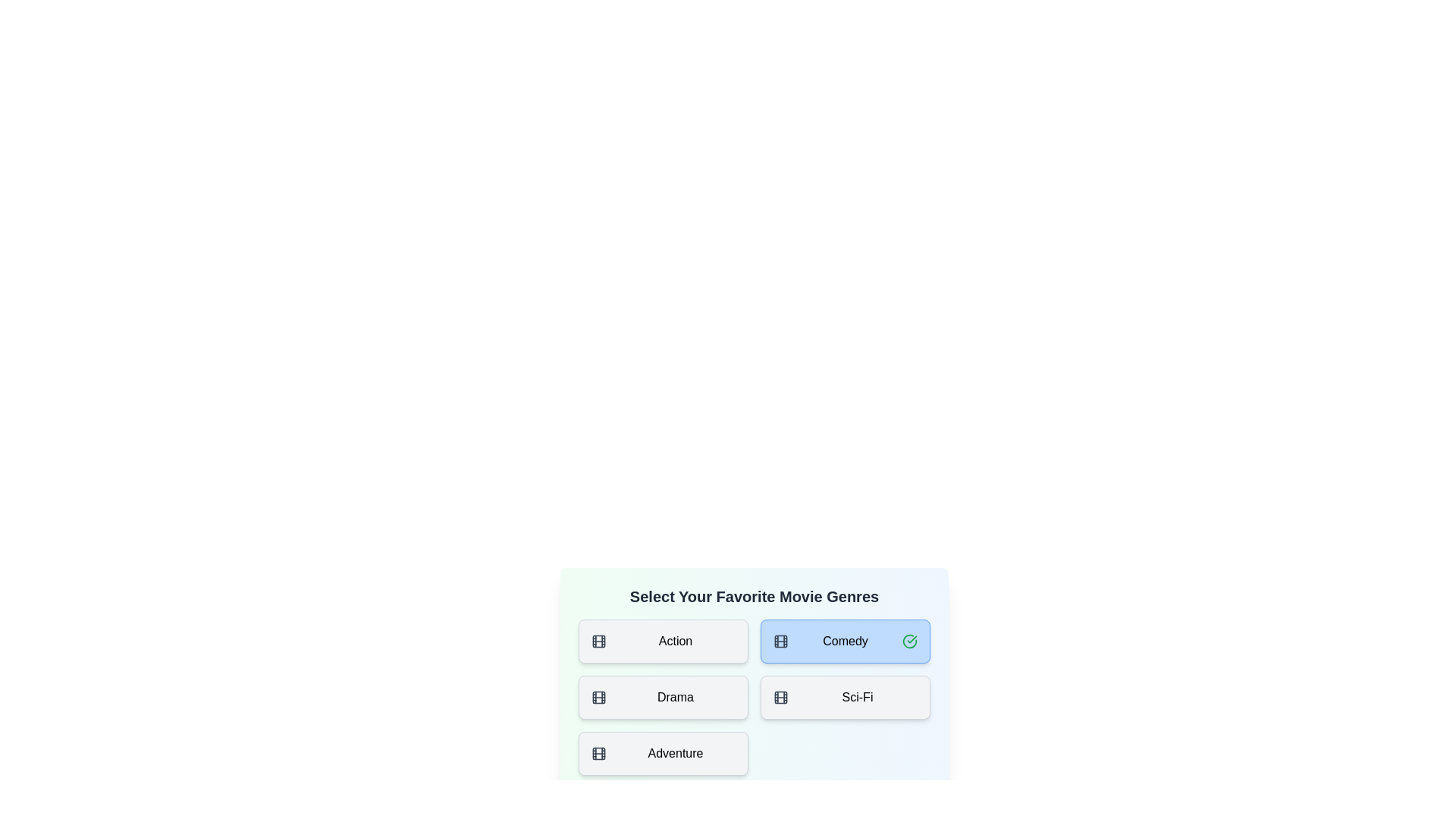  What do you see at coordinates (781, 698) in the screenshot?
I see `the icon for the genre Sci-Fi` at bounding box center [781, 698].